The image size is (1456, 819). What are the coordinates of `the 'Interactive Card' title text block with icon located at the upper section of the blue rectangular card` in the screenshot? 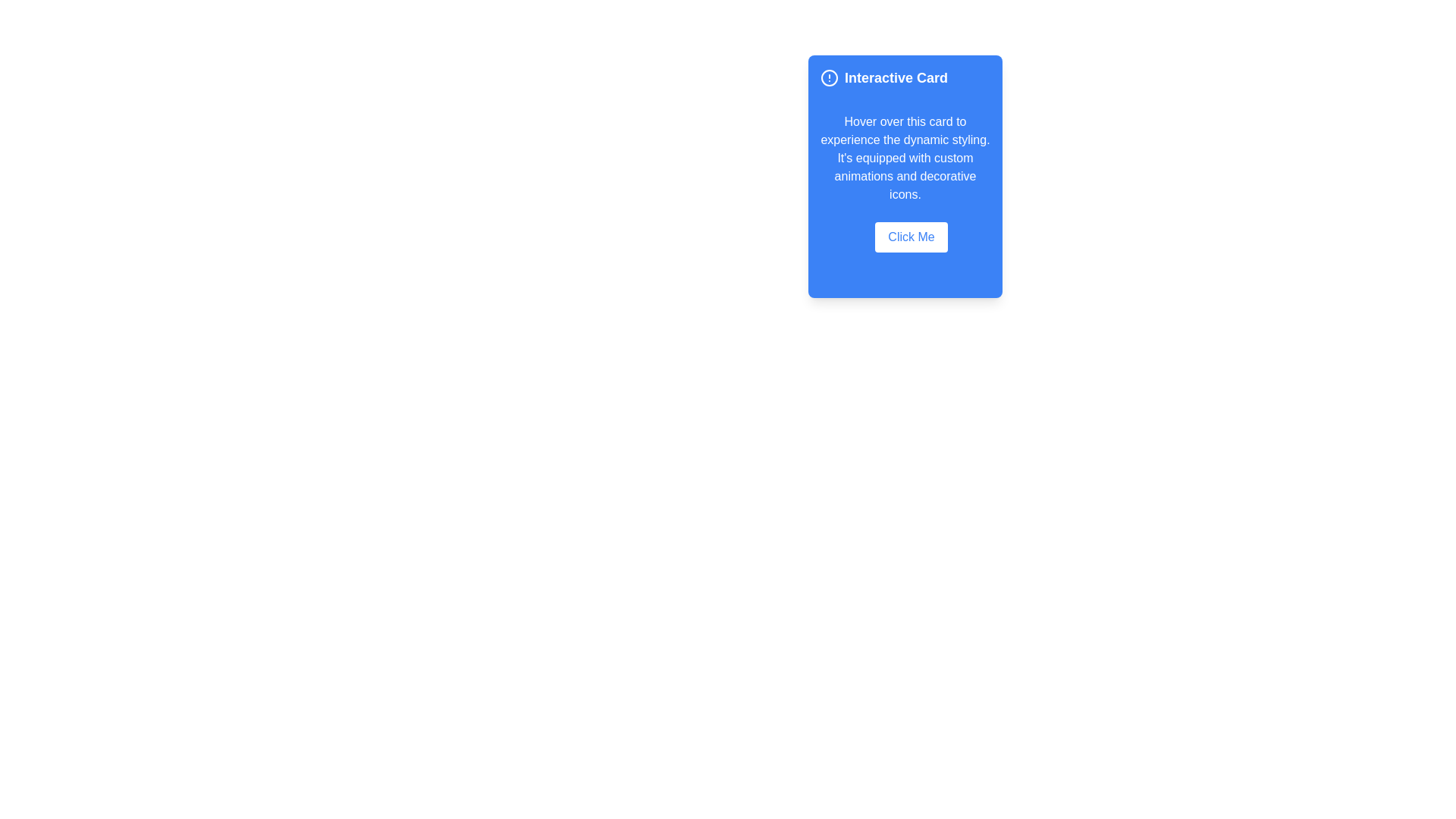 It's located at (905, 78).